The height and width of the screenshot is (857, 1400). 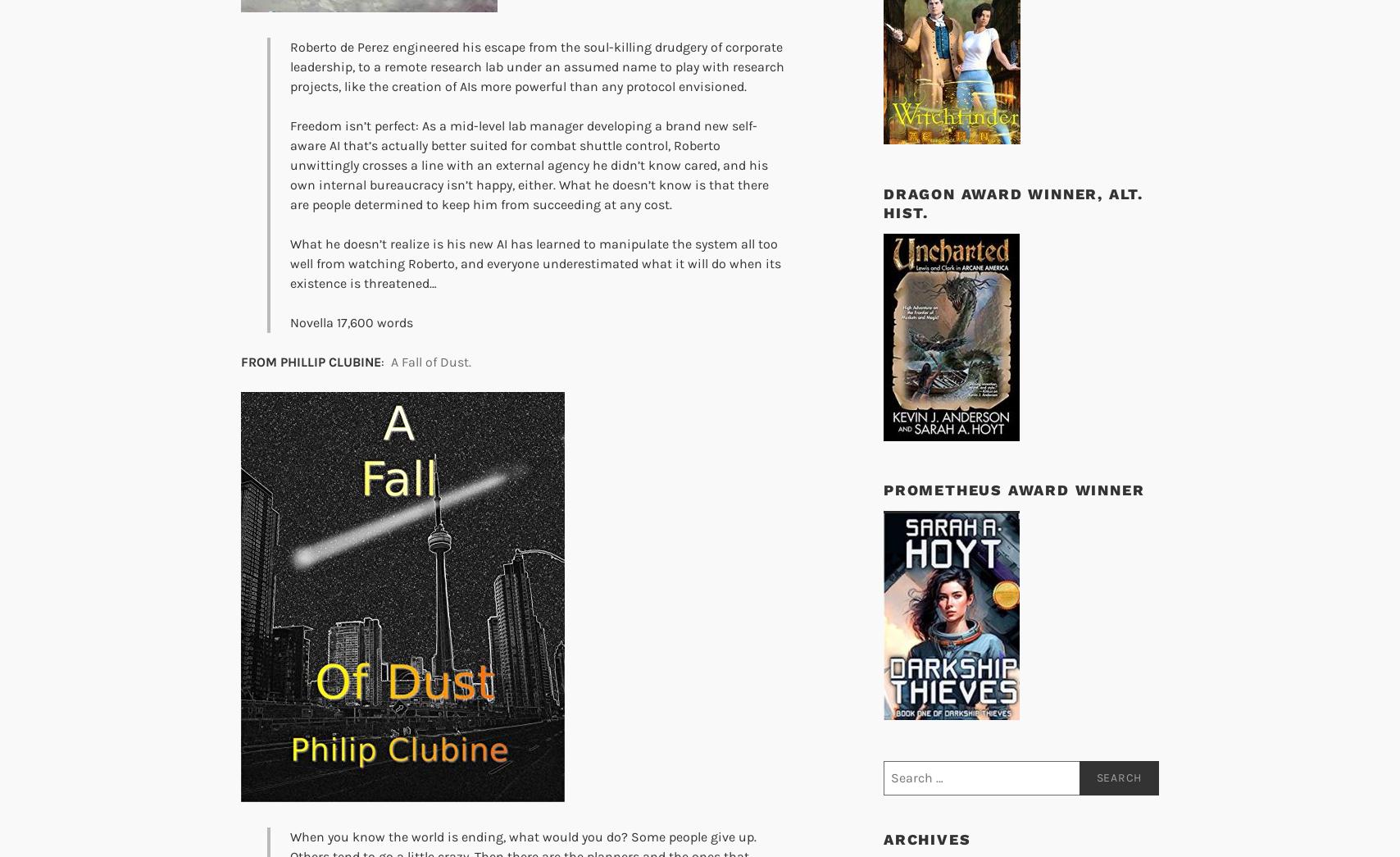 I want to click on 'Freedom isn’t perfect: As a mid-level lab manager developing a brand new self-aware AI that’s actually better suited for combat shuttle control, Roberto unwittingly crosses a line with an external agency he didn’t know cared, and his own internal bureaucracy isn’t happy, either. What he doesn’t know is that there are people determined to keep him from succeeding at any cost.', so click(x=529, y=165).